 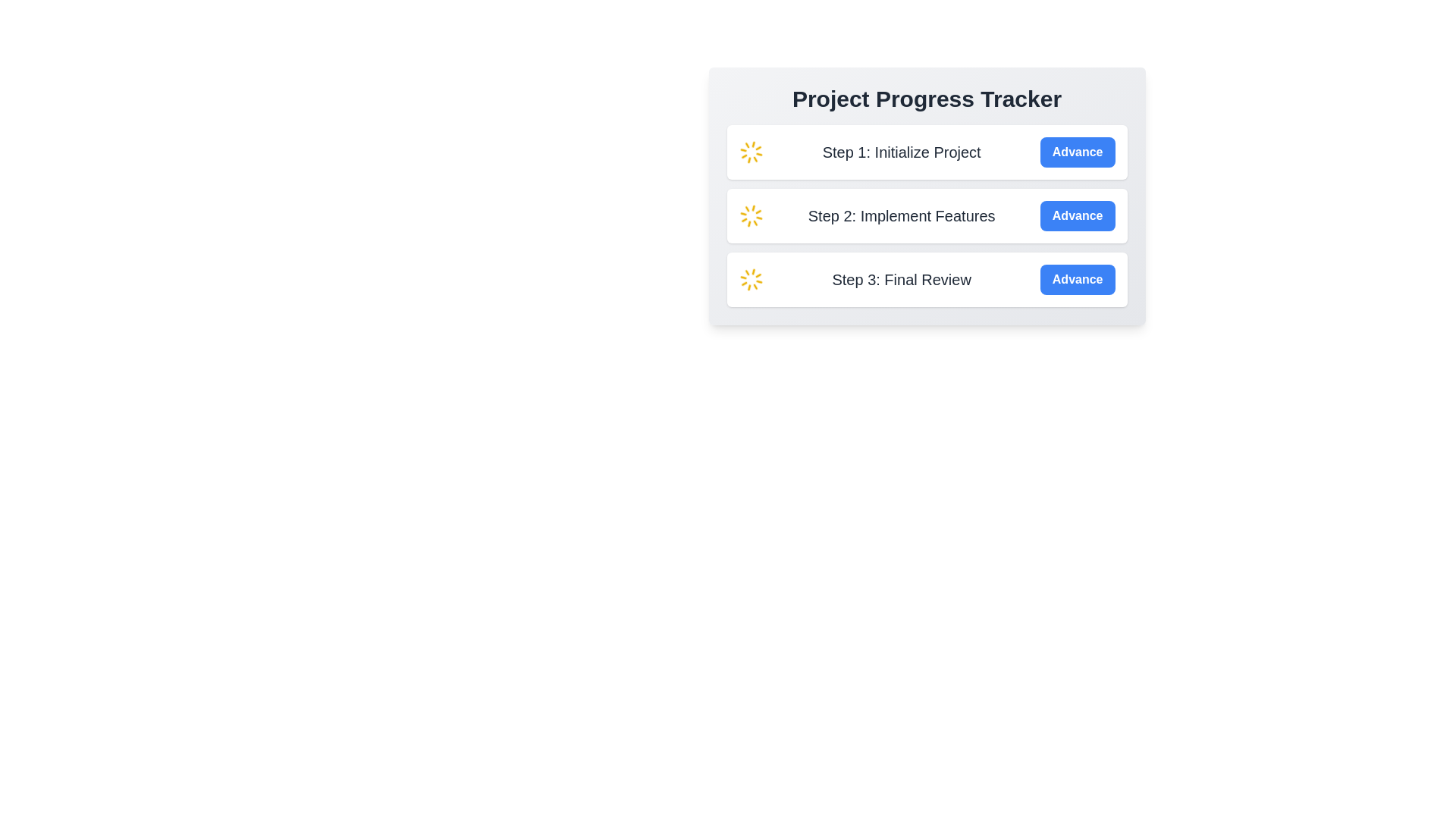 I want to click on text from the title Text block located at the top of the containing card, which provides context for the project progress tracker, so click(x=926, y=99).